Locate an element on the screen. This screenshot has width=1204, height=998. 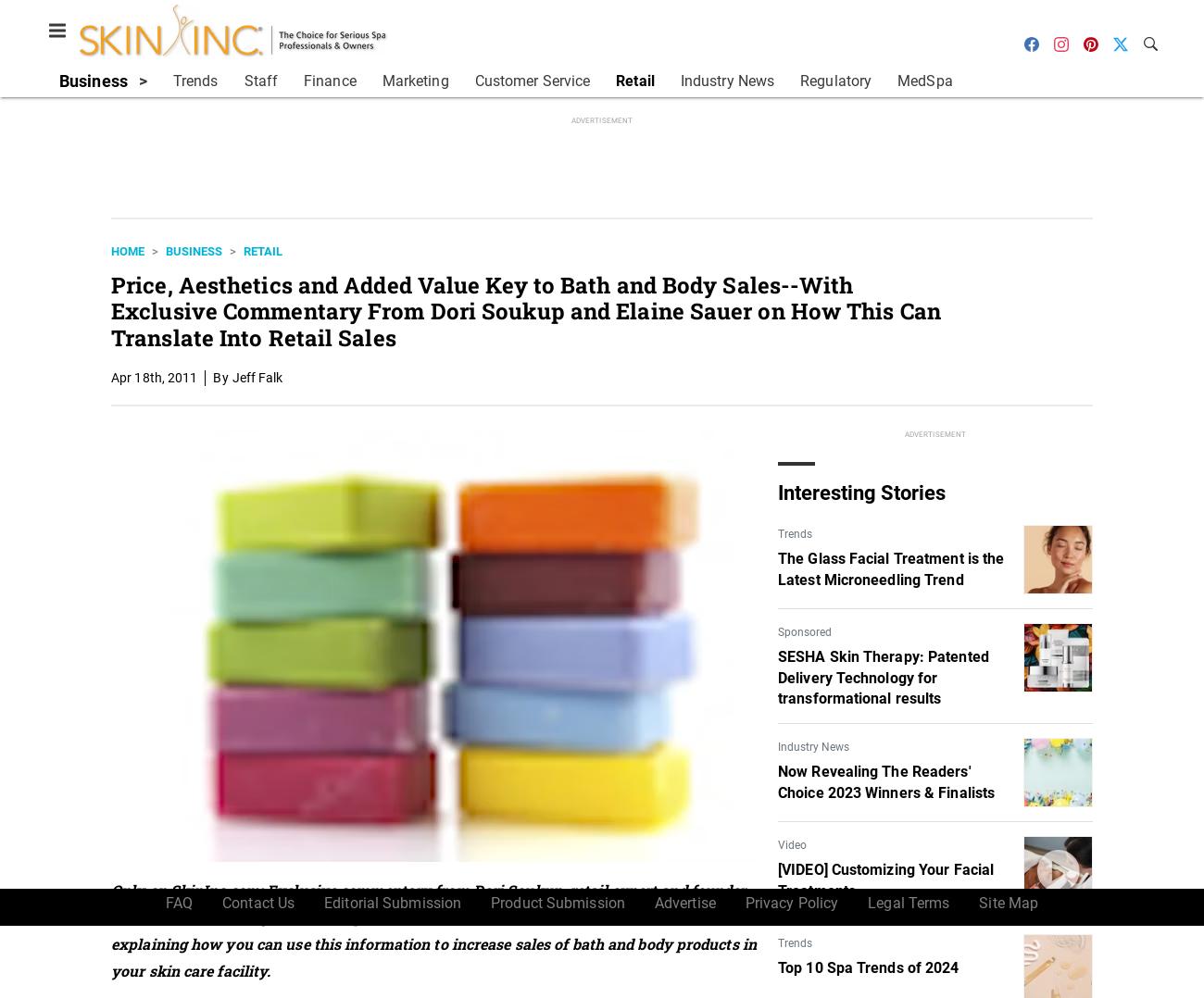
'Product Submission' is located at coordinates (558, 903).